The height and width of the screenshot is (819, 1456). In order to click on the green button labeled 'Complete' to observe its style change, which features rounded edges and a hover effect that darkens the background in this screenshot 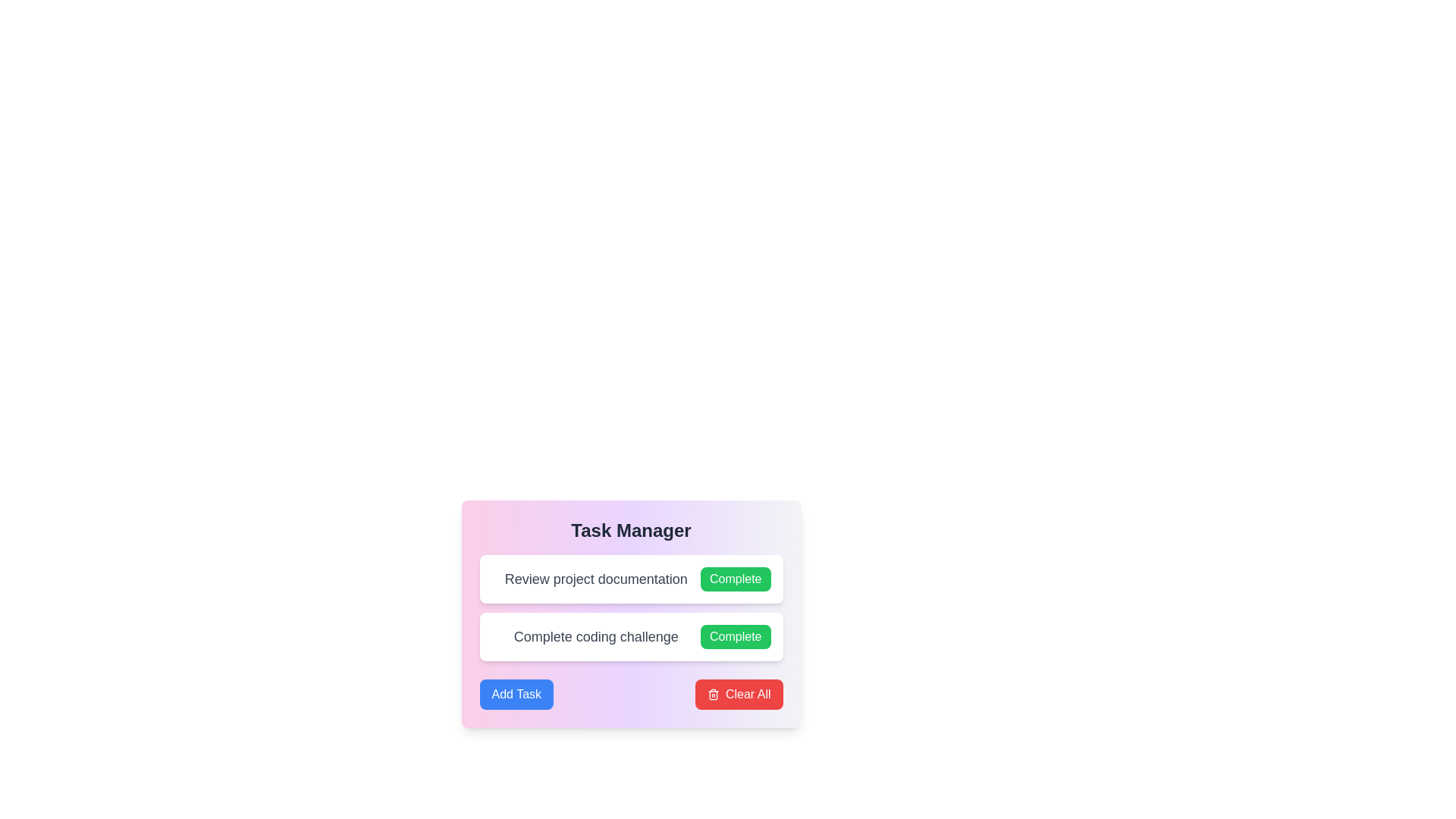, I will do `click(736, 579)`.